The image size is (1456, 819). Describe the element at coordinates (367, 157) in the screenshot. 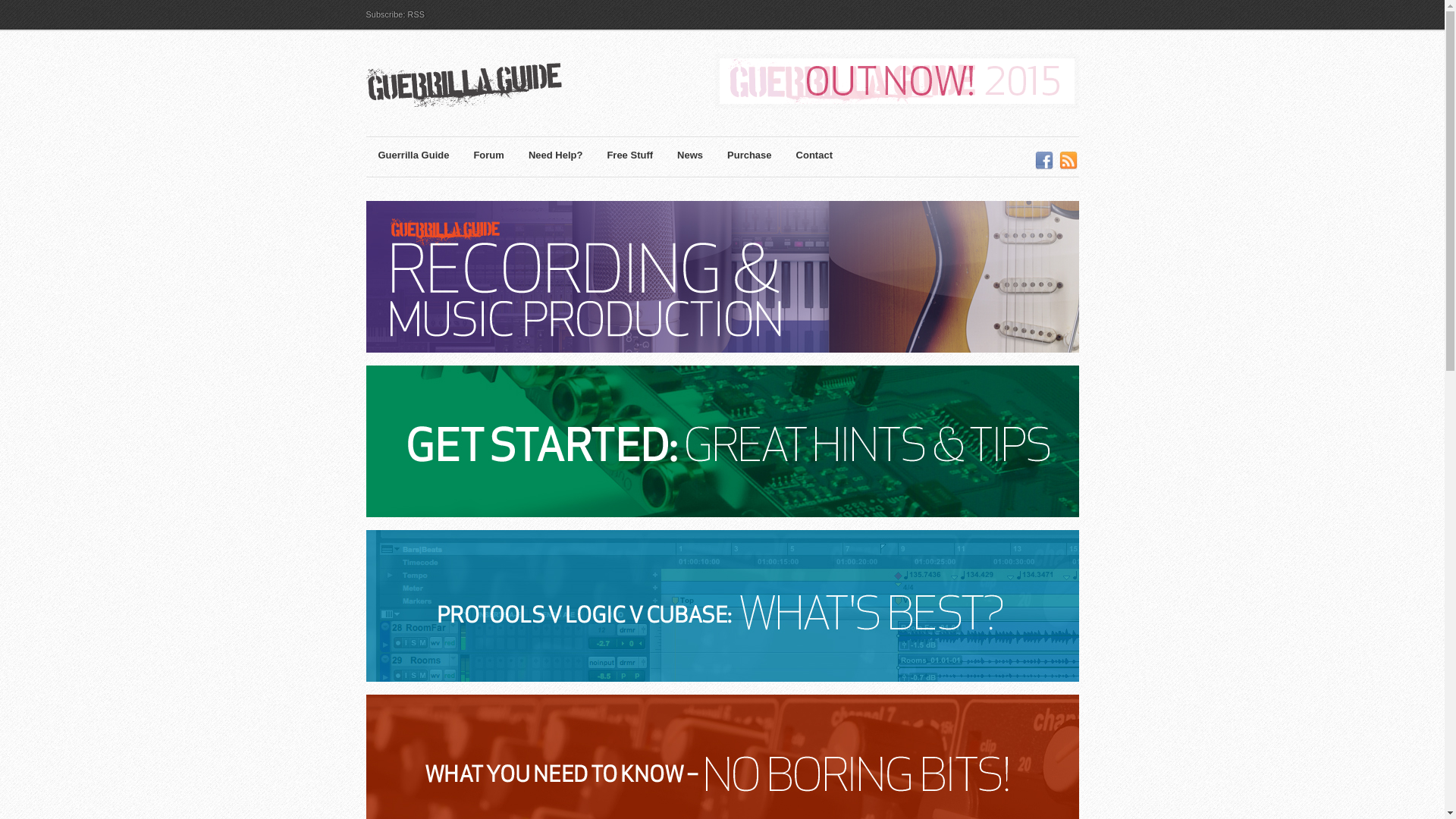

I see `'Guerrilla Guide'` at that location.